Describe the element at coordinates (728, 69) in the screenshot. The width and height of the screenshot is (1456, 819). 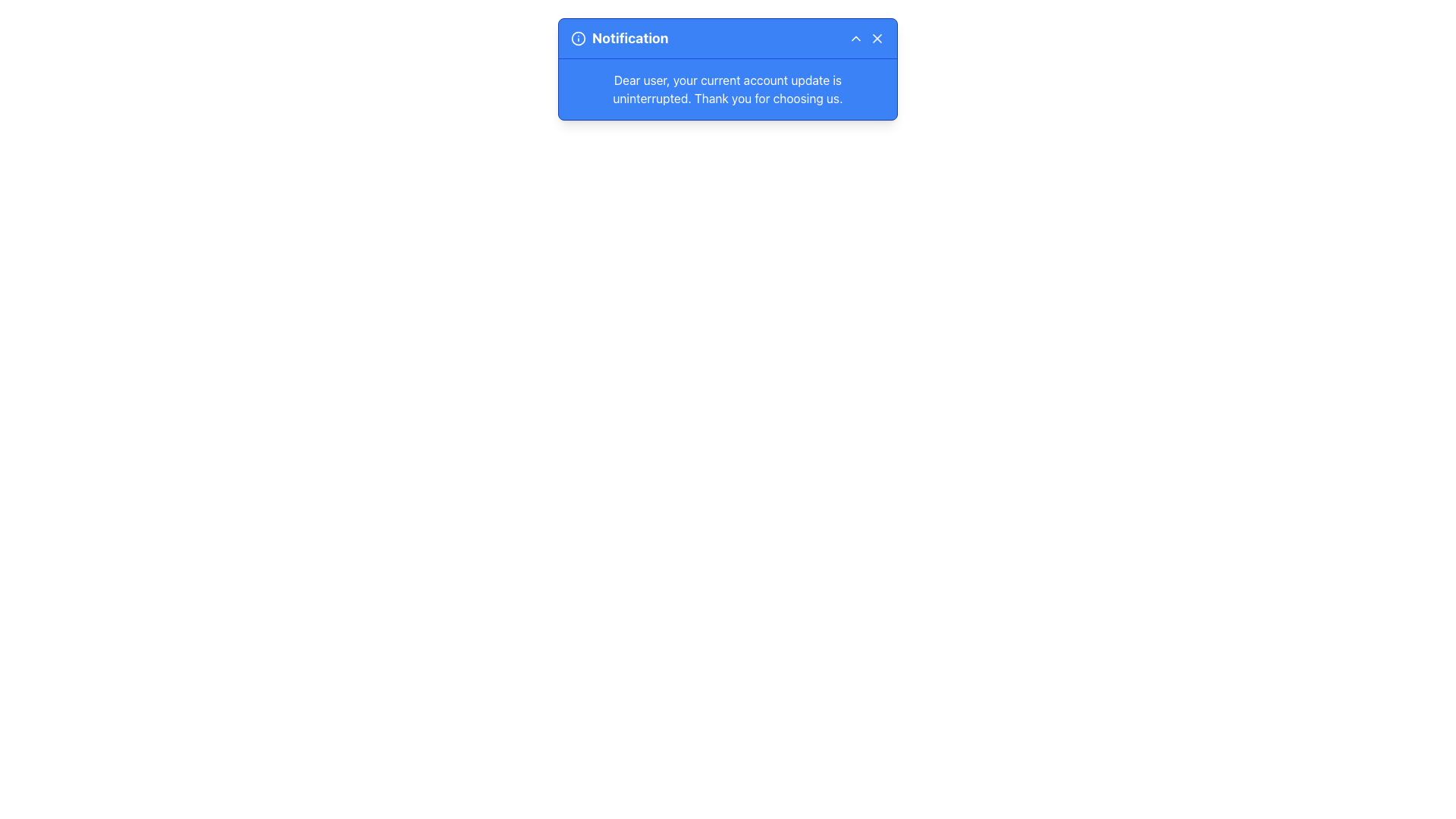
I see `the notification banner with a blue background and the title 'Notification' at the top, which includes information and close icons` at that location.